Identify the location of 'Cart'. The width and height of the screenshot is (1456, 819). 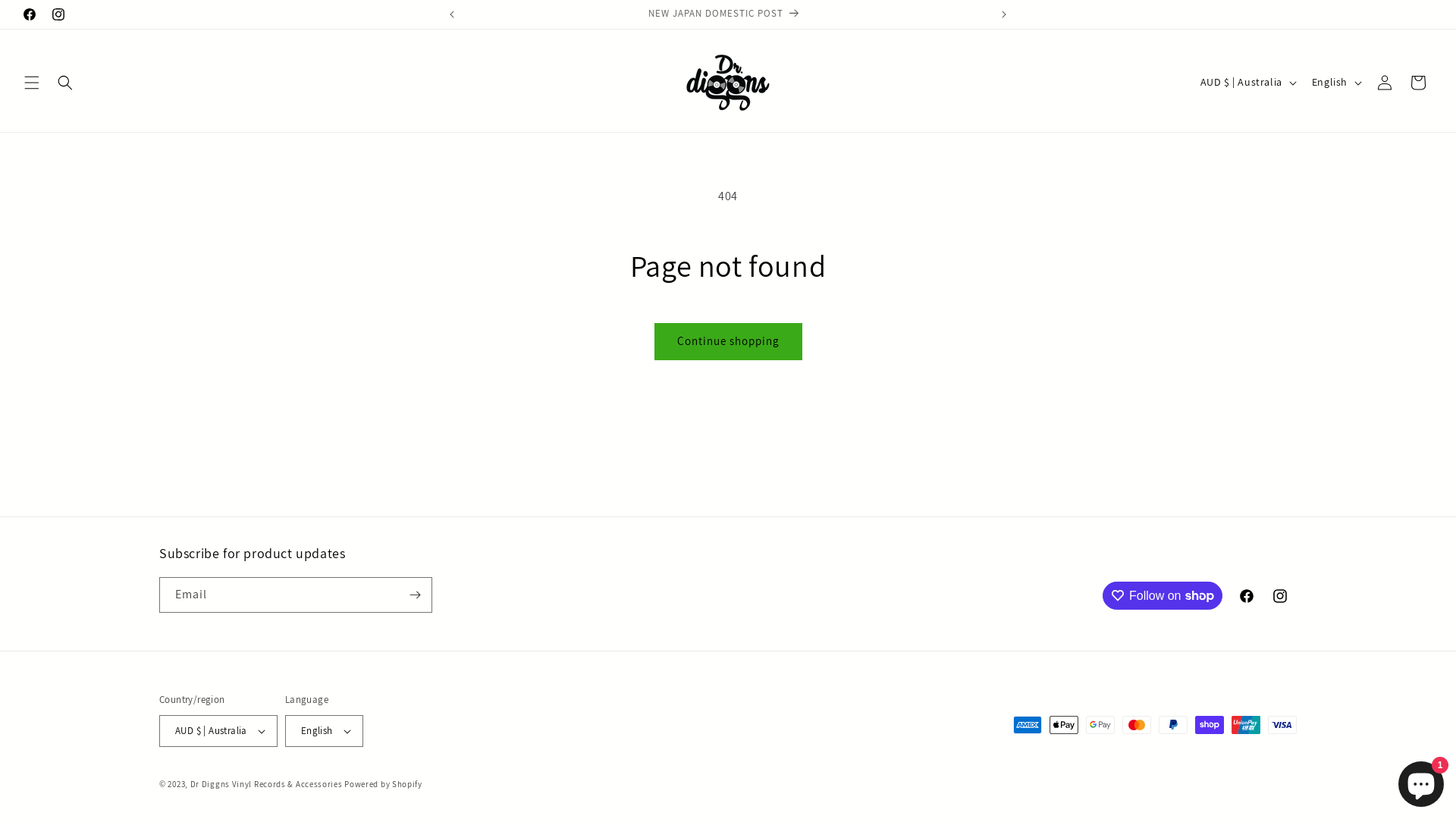
(1417, 82).